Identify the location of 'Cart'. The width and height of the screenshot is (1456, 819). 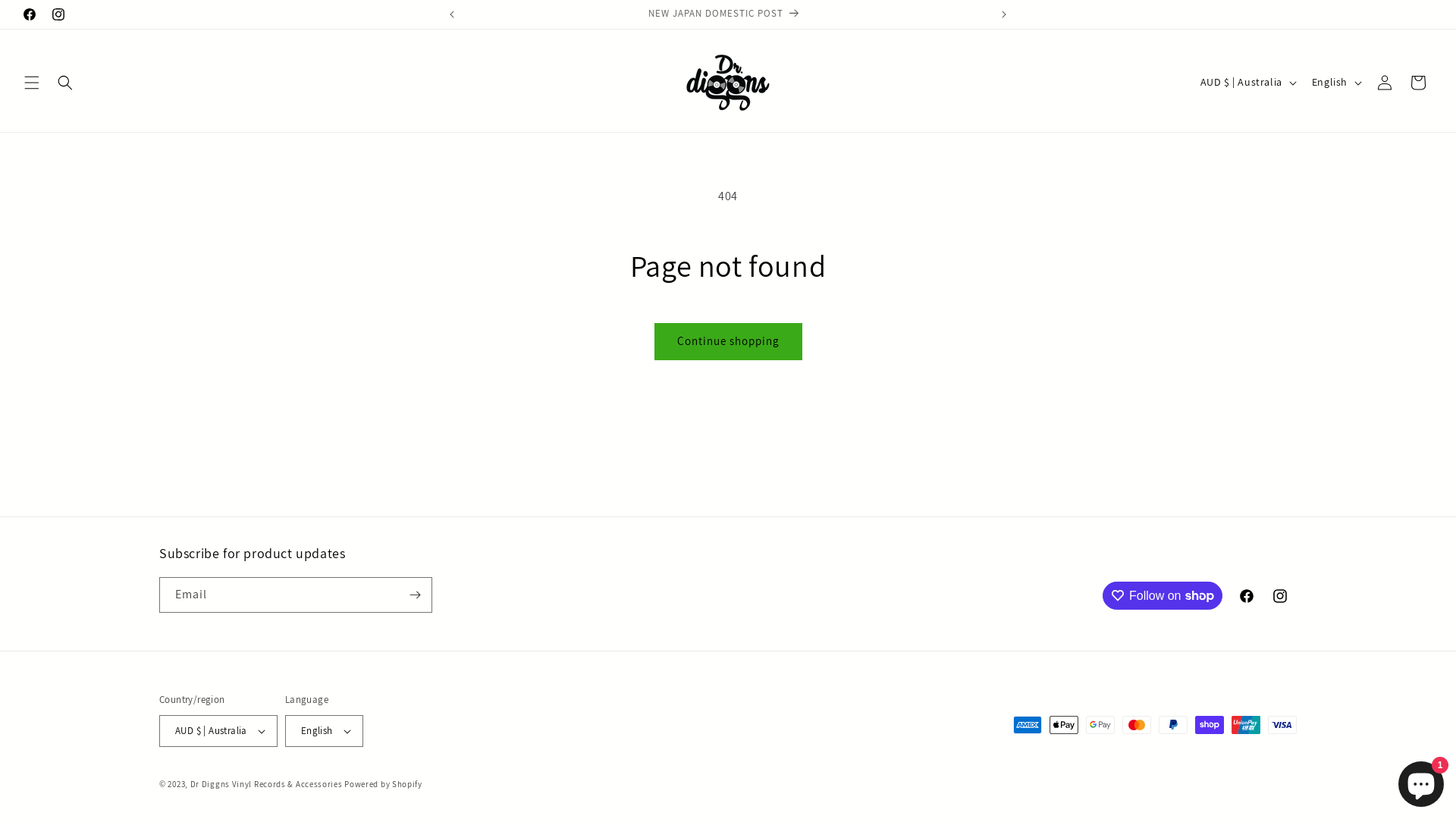
(1417, 82).